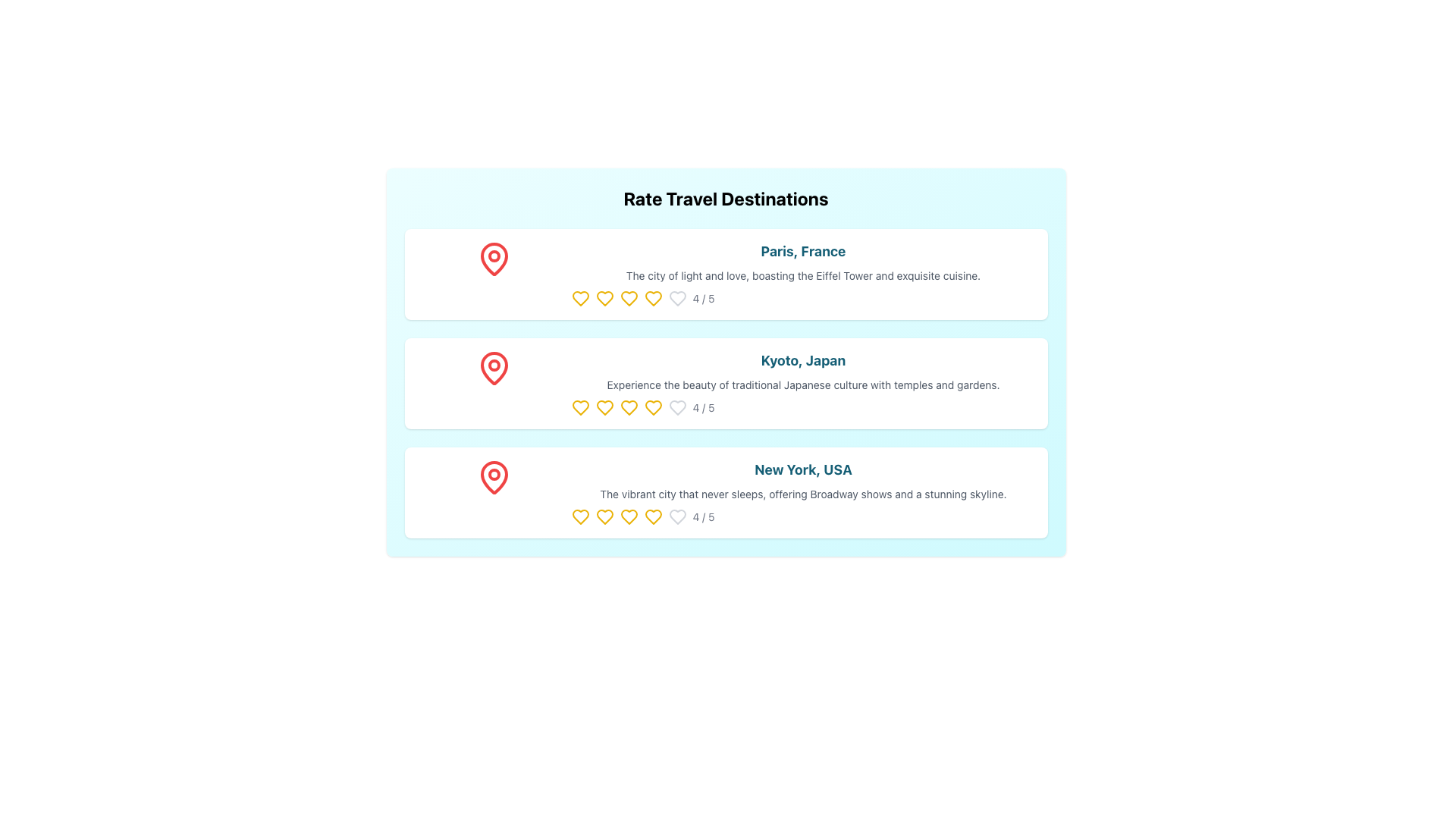  What do you see at coordinates (802, 275) in the screenshot?
I see `the Informational Card about Paris, France, which is the first in a vertical list of travel destination cards on the left side of the interface` at bounding box center [802, 275].